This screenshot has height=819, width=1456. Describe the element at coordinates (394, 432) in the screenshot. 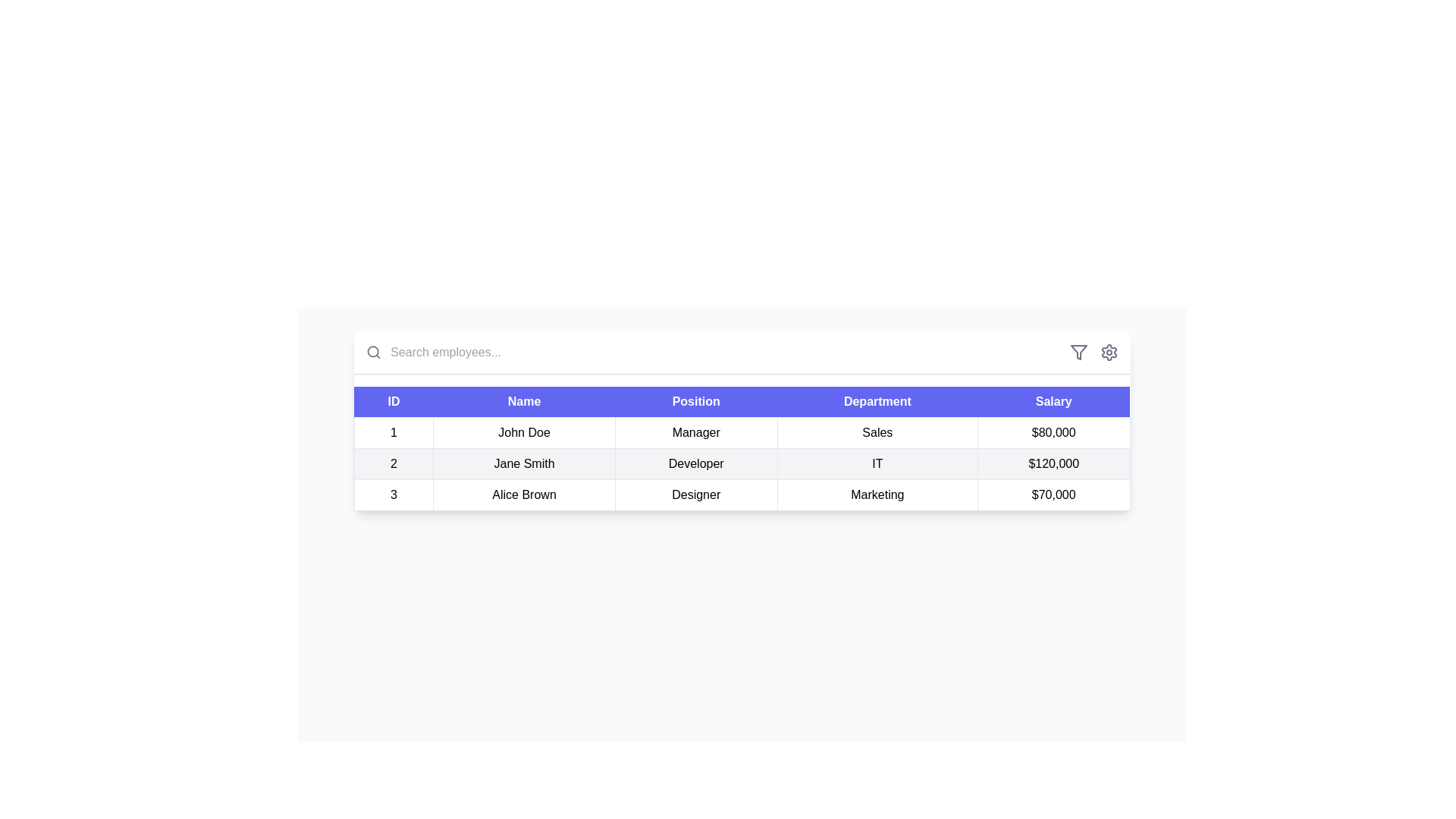

I see `the table cell displaying the number '1', which is the first column entry in the first row of the table, aligned with the 'ID' header` at that location.